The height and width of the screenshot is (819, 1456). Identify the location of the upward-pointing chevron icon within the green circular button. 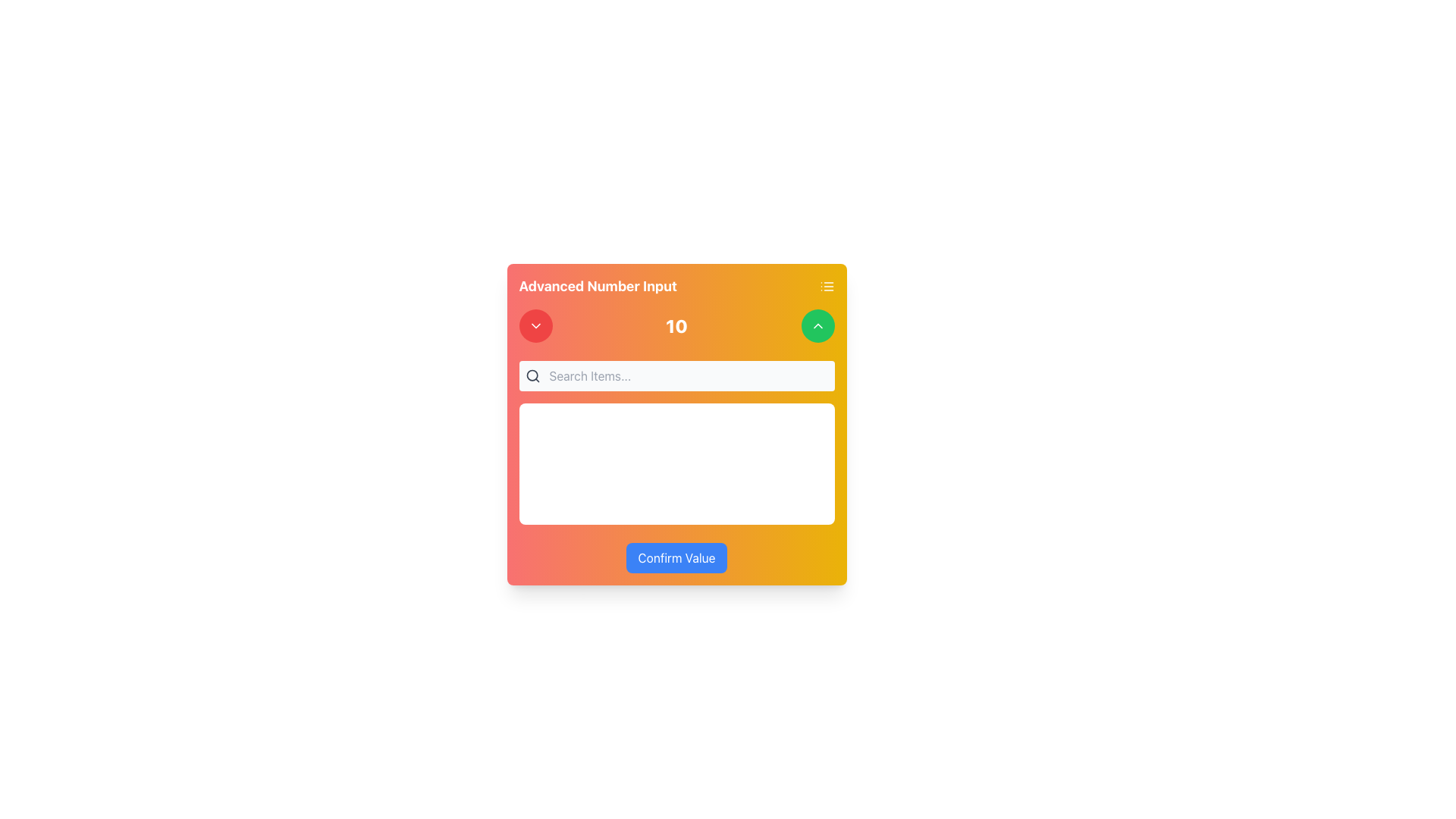
(817, 325).